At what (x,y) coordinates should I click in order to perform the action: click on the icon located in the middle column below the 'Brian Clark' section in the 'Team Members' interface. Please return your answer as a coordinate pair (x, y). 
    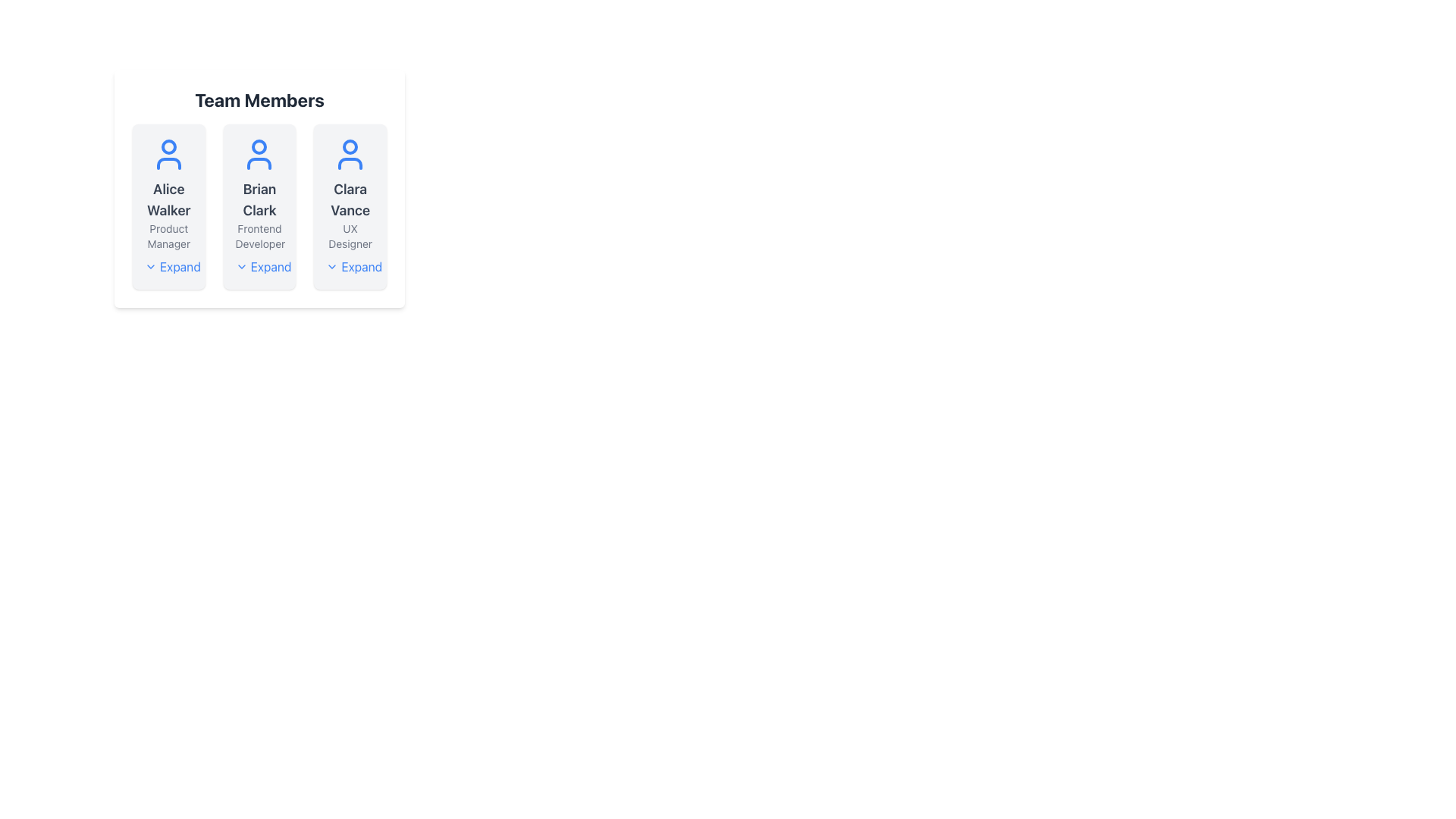
    Looking at the image, I should click on (240, 265).